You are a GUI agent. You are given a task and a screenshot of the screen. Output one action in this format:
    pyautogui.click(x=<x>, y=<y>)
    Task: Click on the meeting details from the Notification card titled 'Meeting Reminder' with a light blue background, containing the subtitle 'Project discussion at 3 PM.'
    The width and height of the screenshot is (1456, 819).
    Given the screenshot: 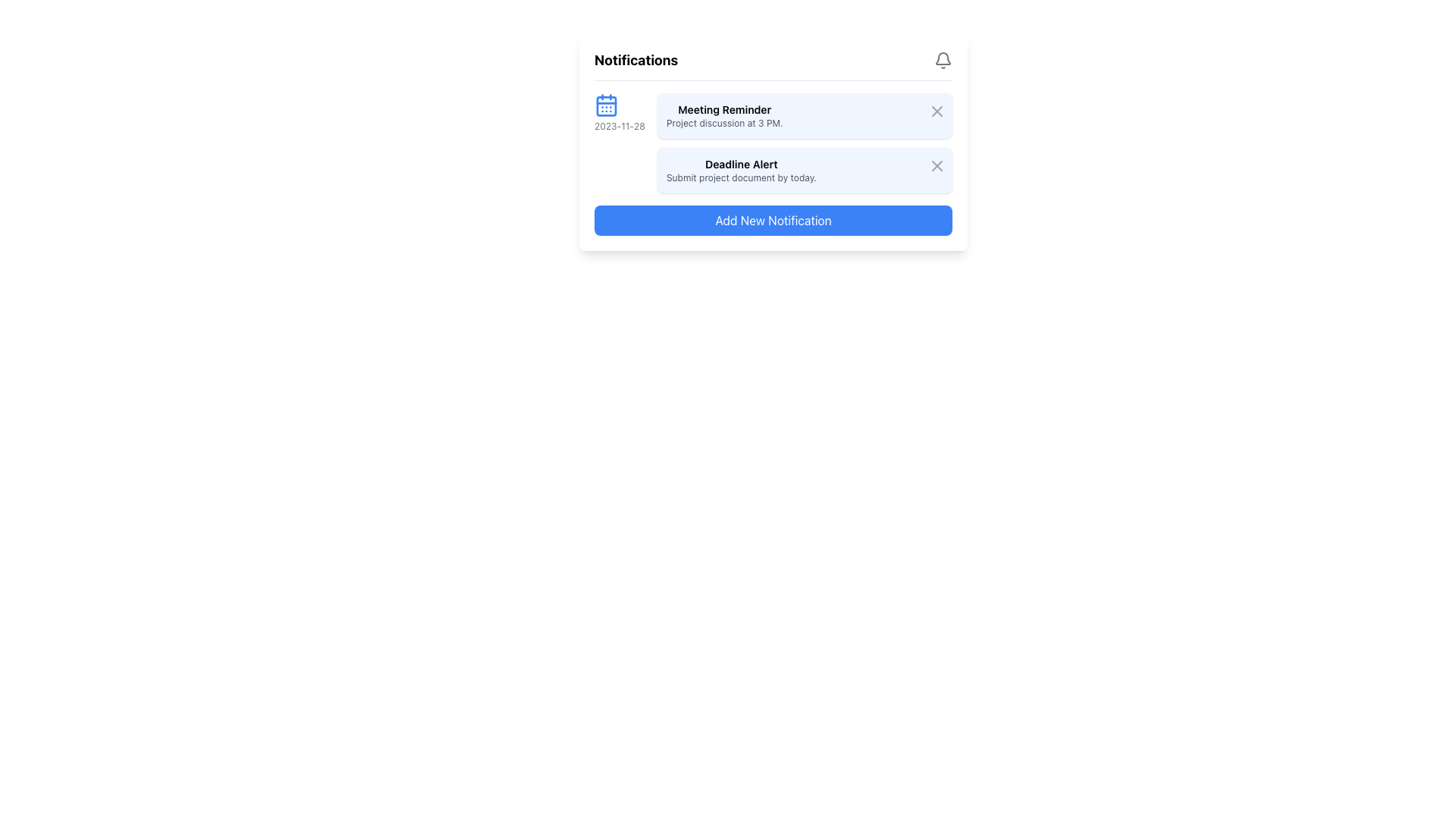 What is the action you would take?
    pyautogui.click(x=804, y=115)
    